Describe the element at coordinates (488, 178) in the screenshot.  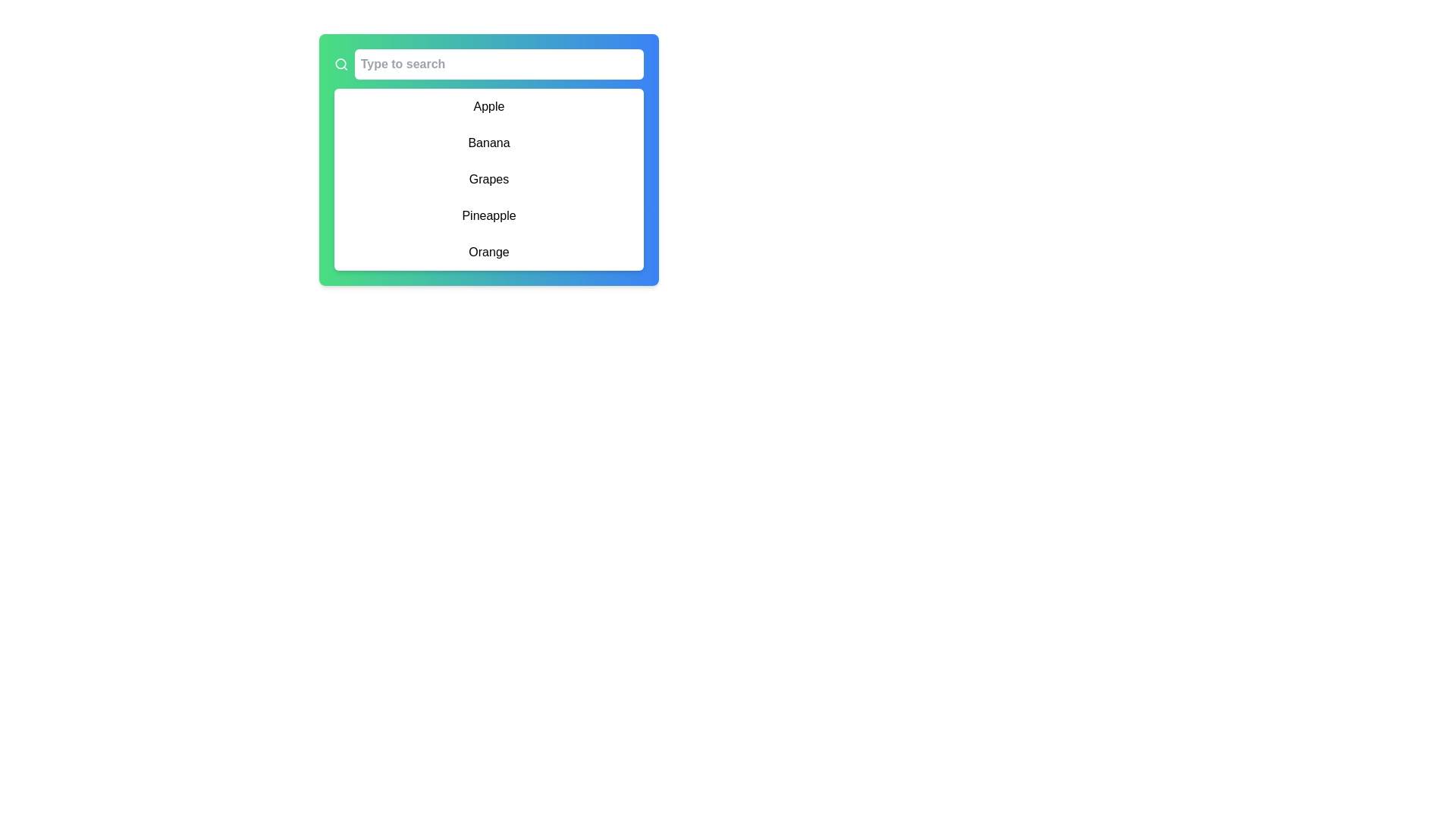
I see `the 'Grapes' text label within the selectable list for keyboard navigation` at that location.